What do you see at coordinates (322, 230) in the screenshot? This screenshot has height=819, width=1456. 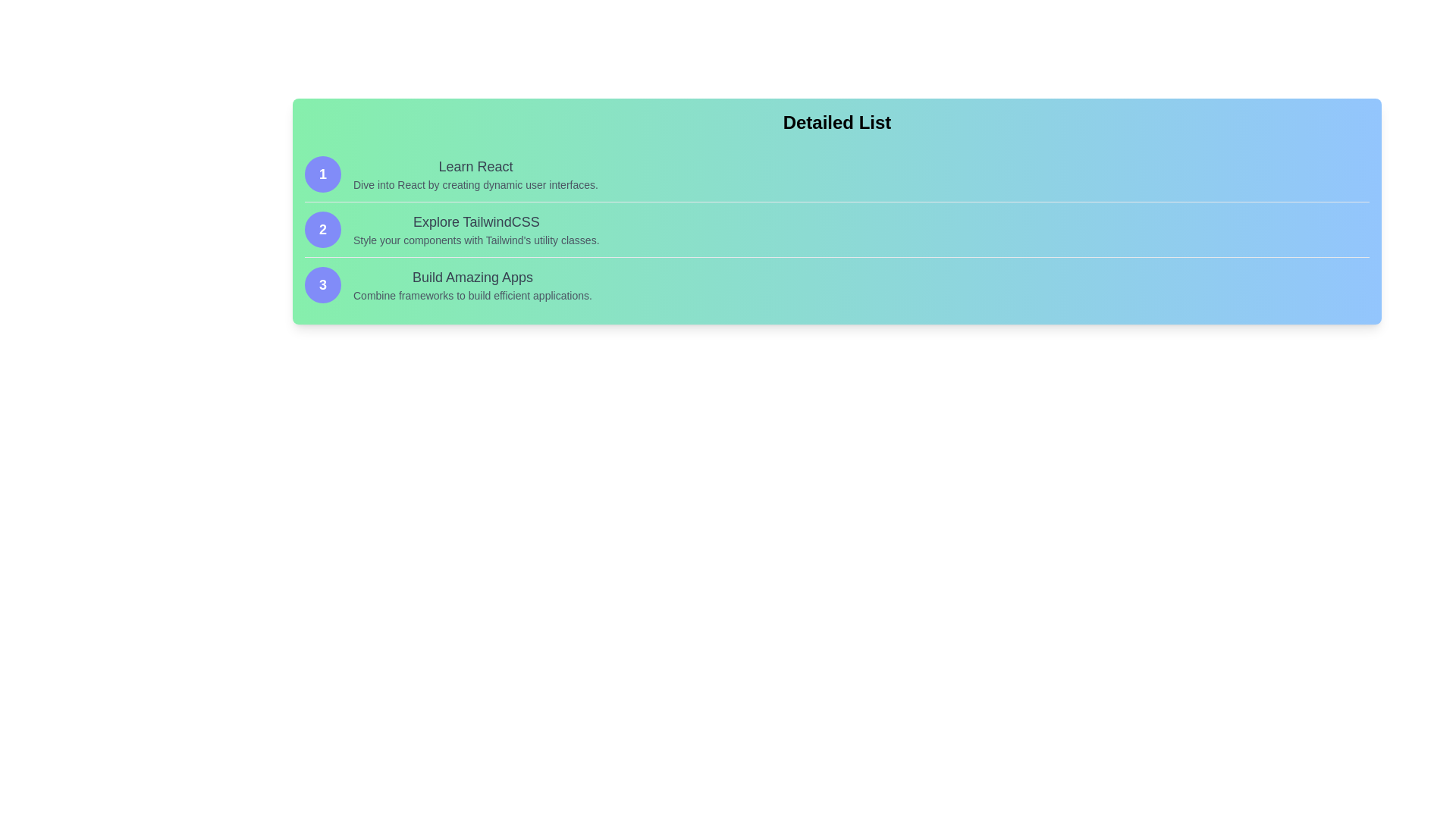 I see `numeral '2' displayed in bold white font within the indigo circular background, which is the second item in the left column of a three-item list` at bounding box center [322, 230].